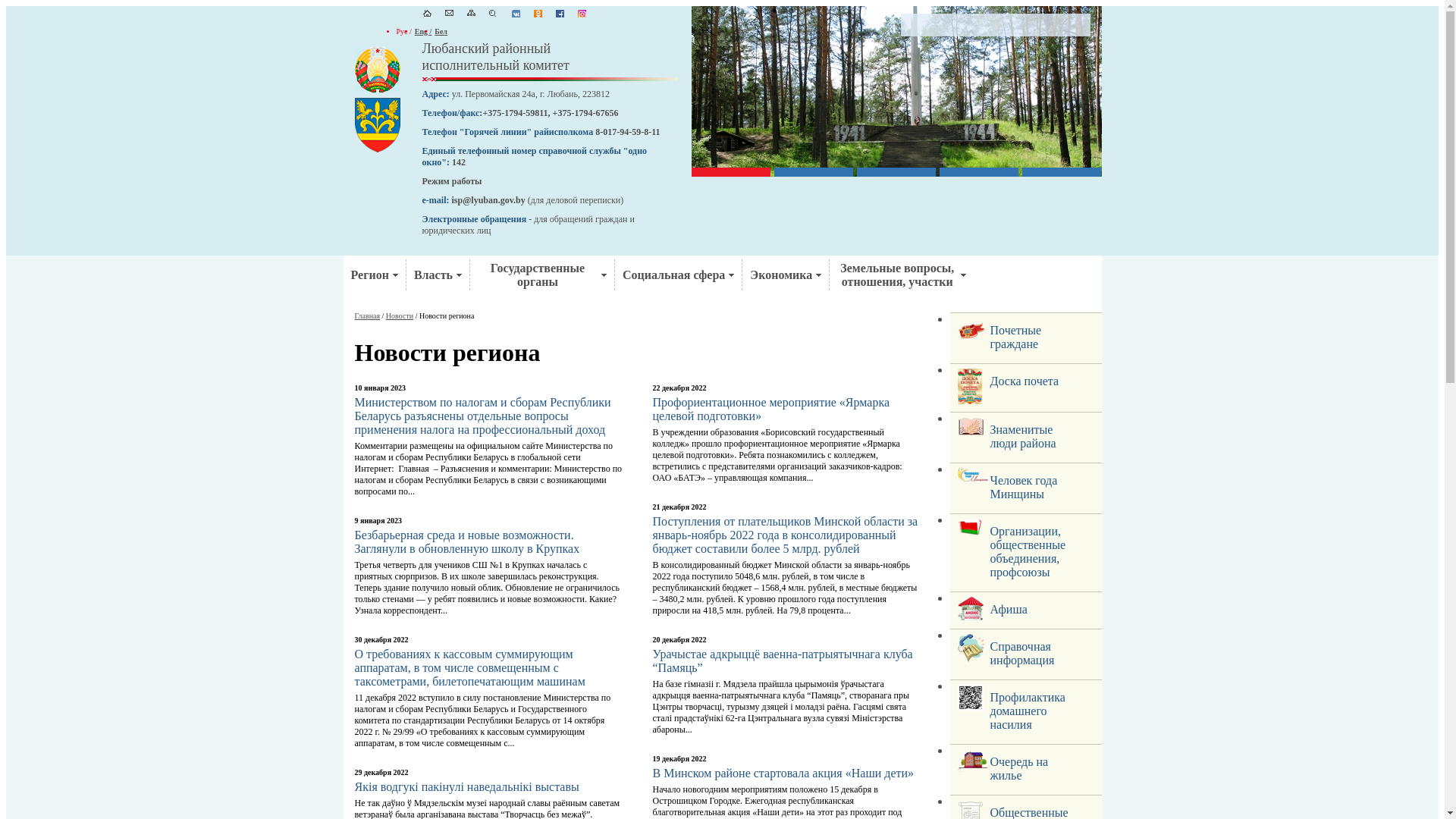  What do you see at coordinates (450, 199) in the screenshot?
I see `'isp@lyuban.gov.by'` at bounding box center [450, 199].